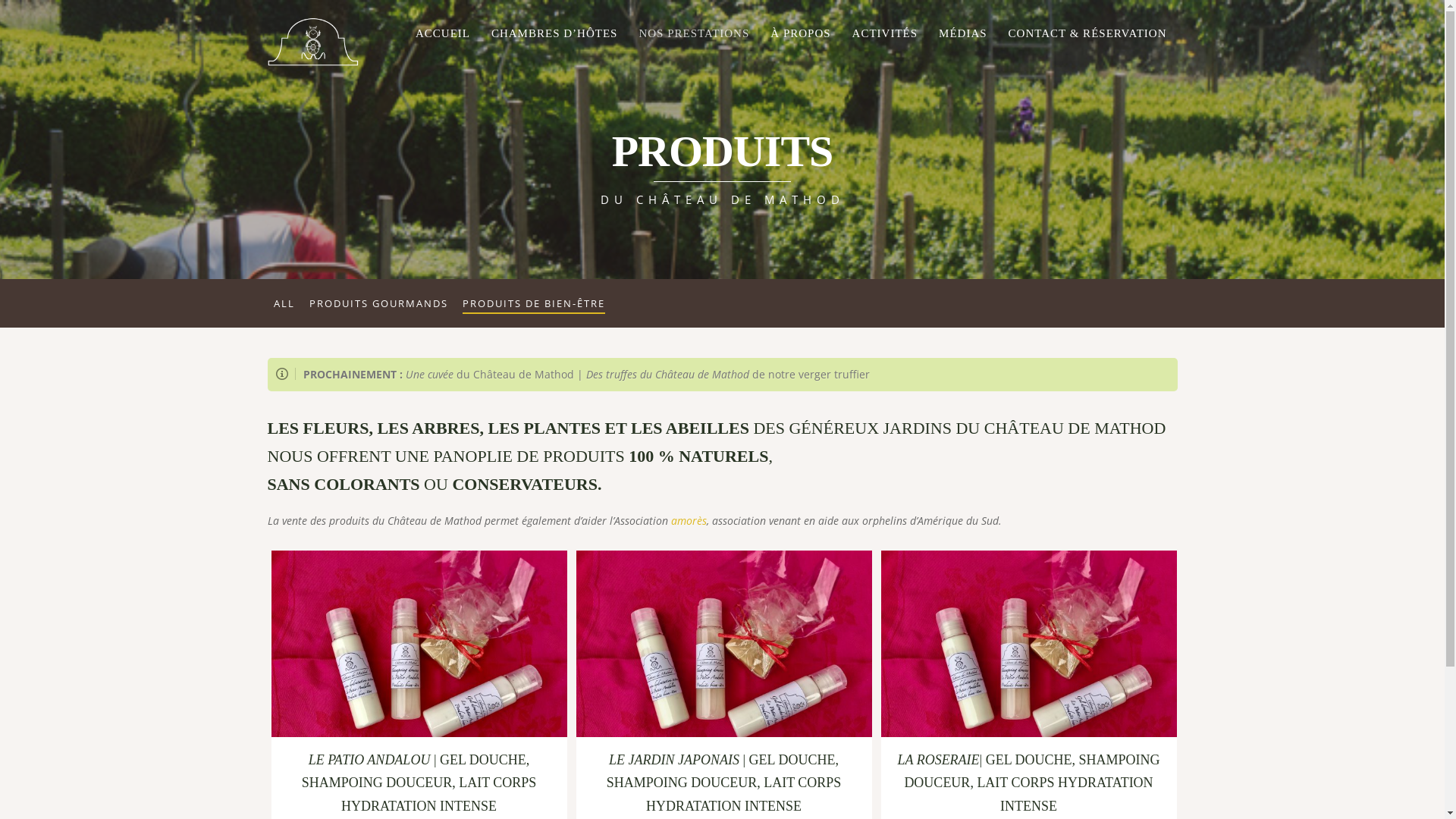  Describe the element at coordinates (442, 34) in the screenshot. I see `'ACCUEIL'` at that location.